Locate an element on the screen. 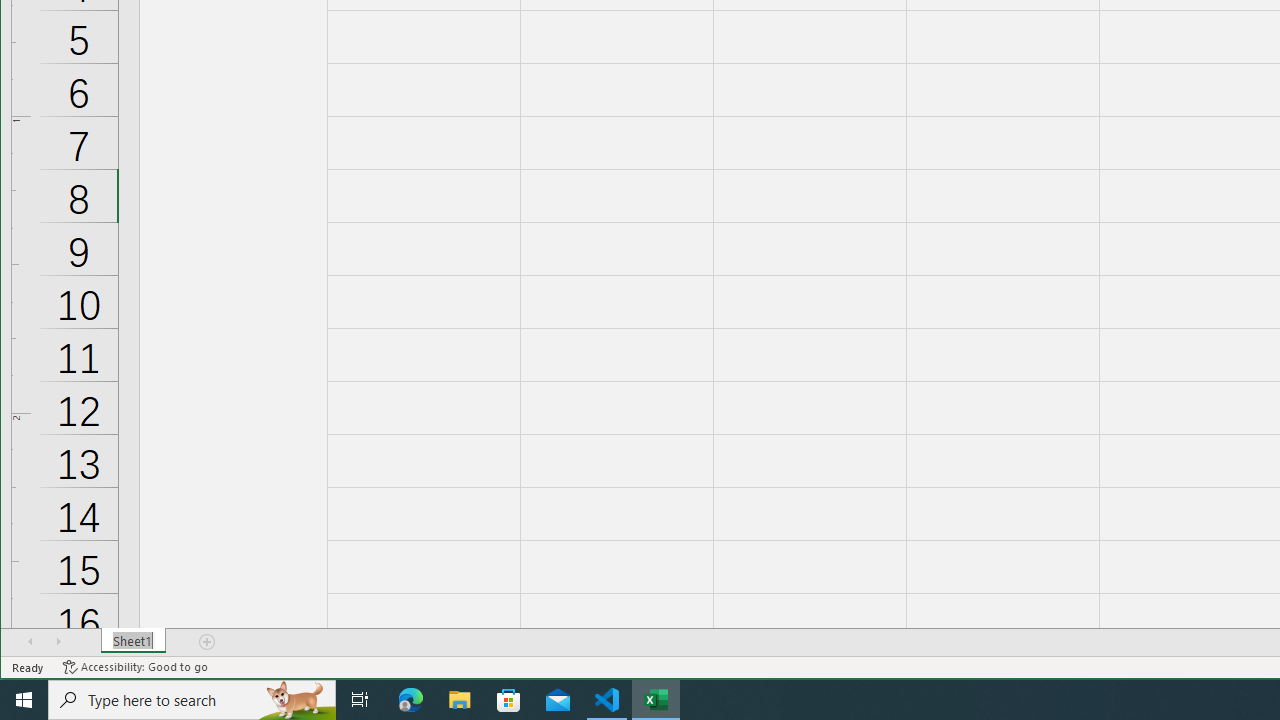 This screenshot has height=720, width=1280. 'Sheet Tab' is located at coordinates (132, 641).